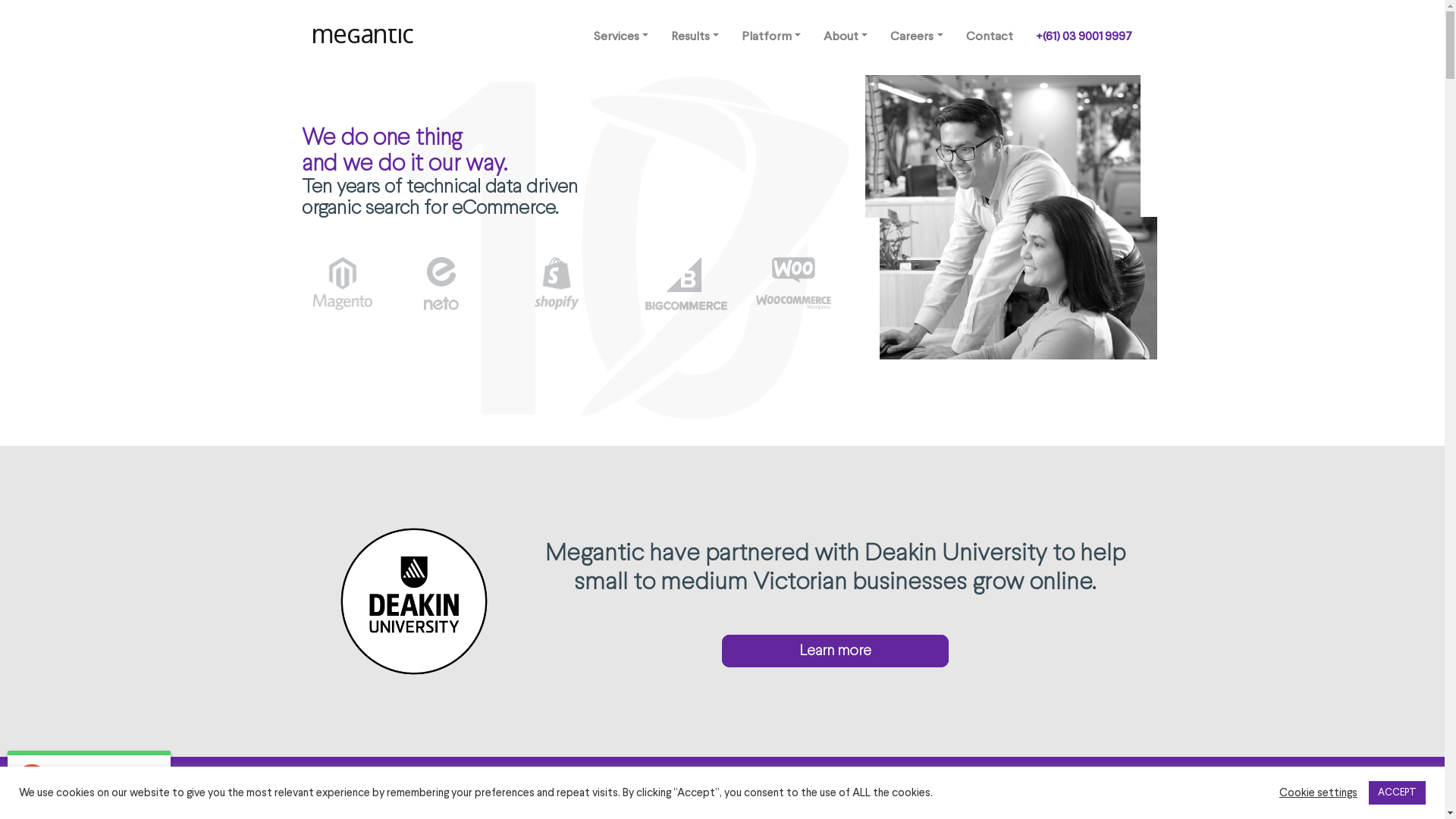  Describe the element at coordinates (621, 36) in the screenshot. I see `'Services'` at that location.